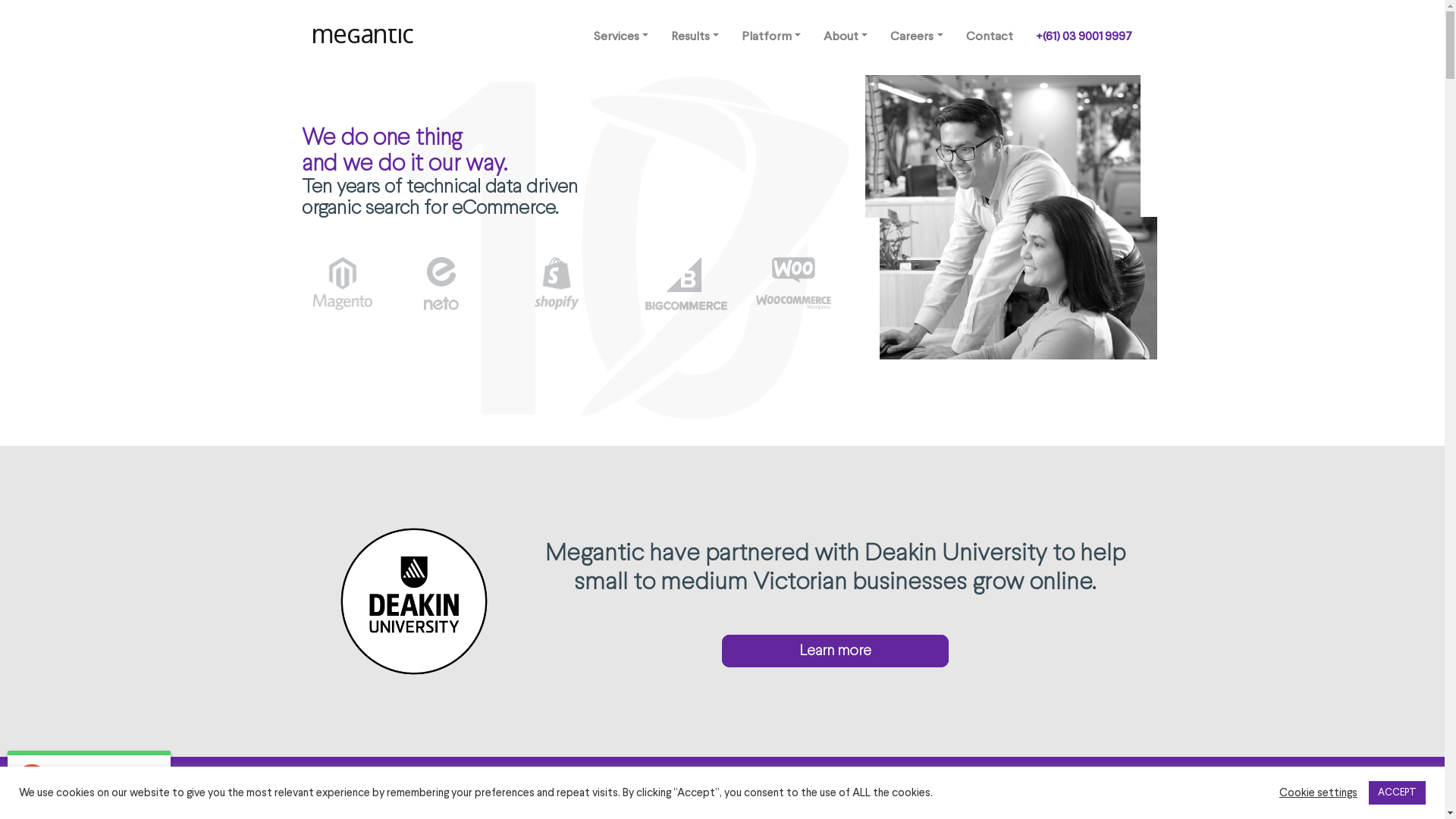  Describe the element at coordinates (621, 36) in the screenshot. I see `'Services'` at that location.